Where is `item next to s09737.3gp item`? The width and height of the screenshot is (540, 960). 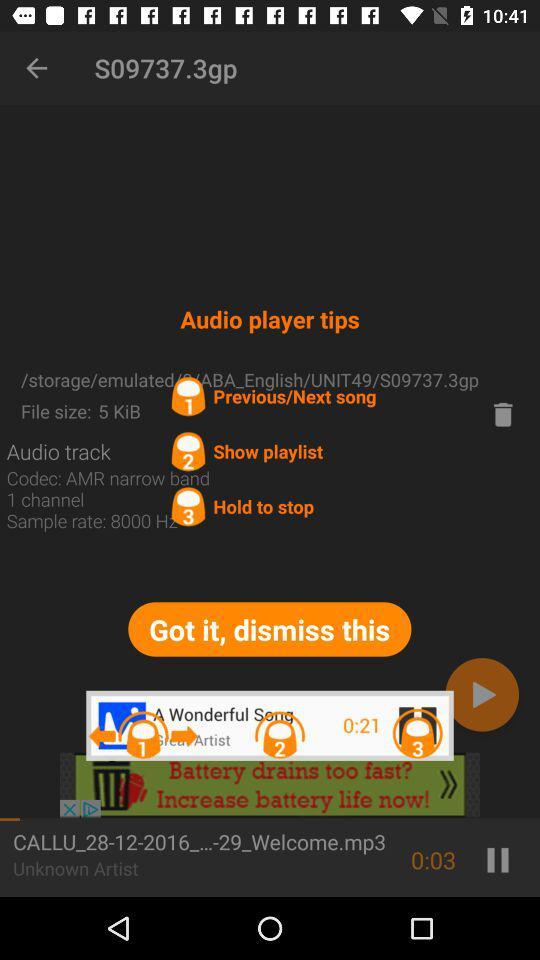
item next to s09737.3gp item is located at coordinates (36, 68).